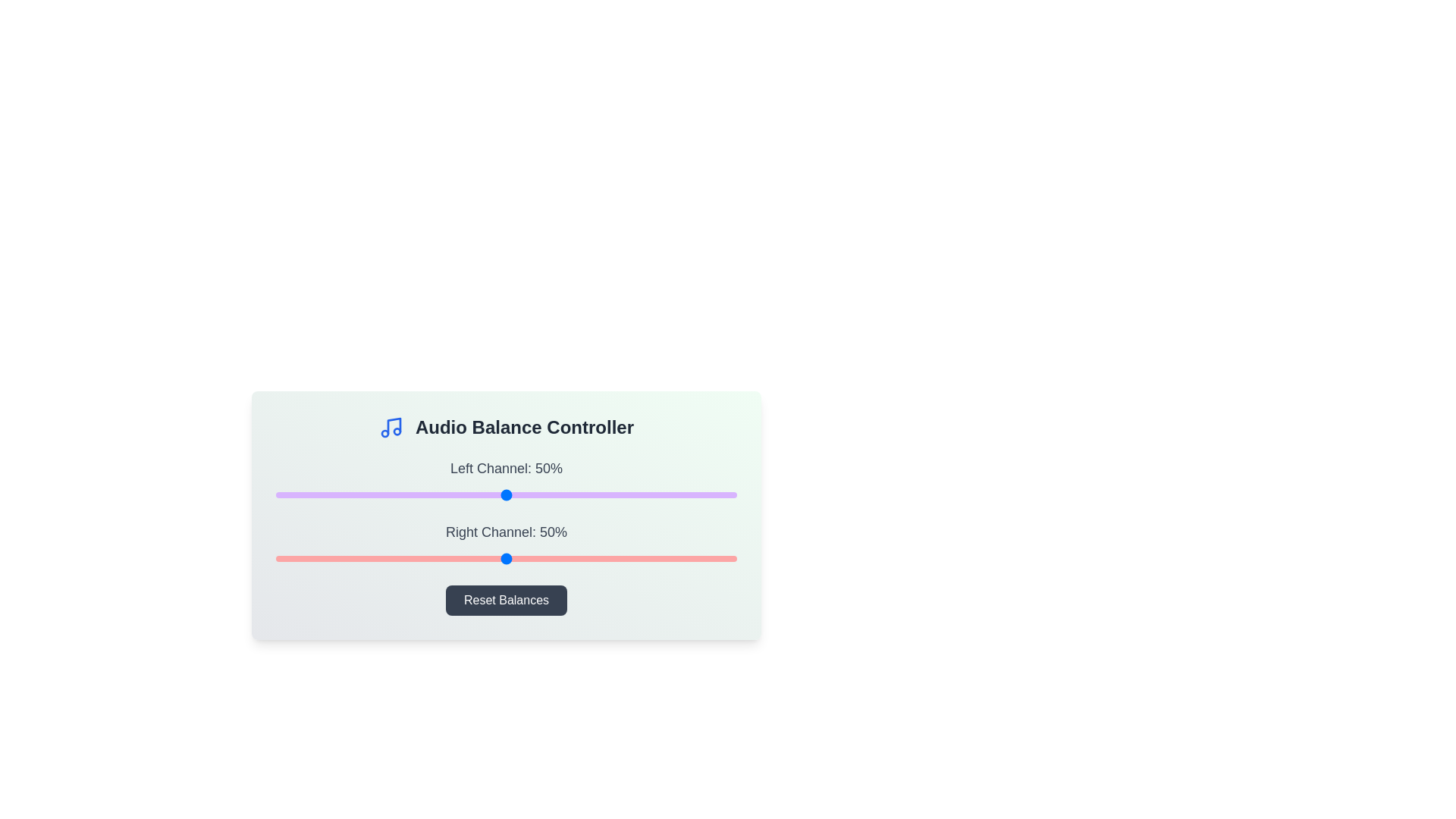  What do you see at coordinates (524, 427) in the screenshot?
I see `the 'Audio Balance Controller' title to identify the component` at bounding box center [524, 427].